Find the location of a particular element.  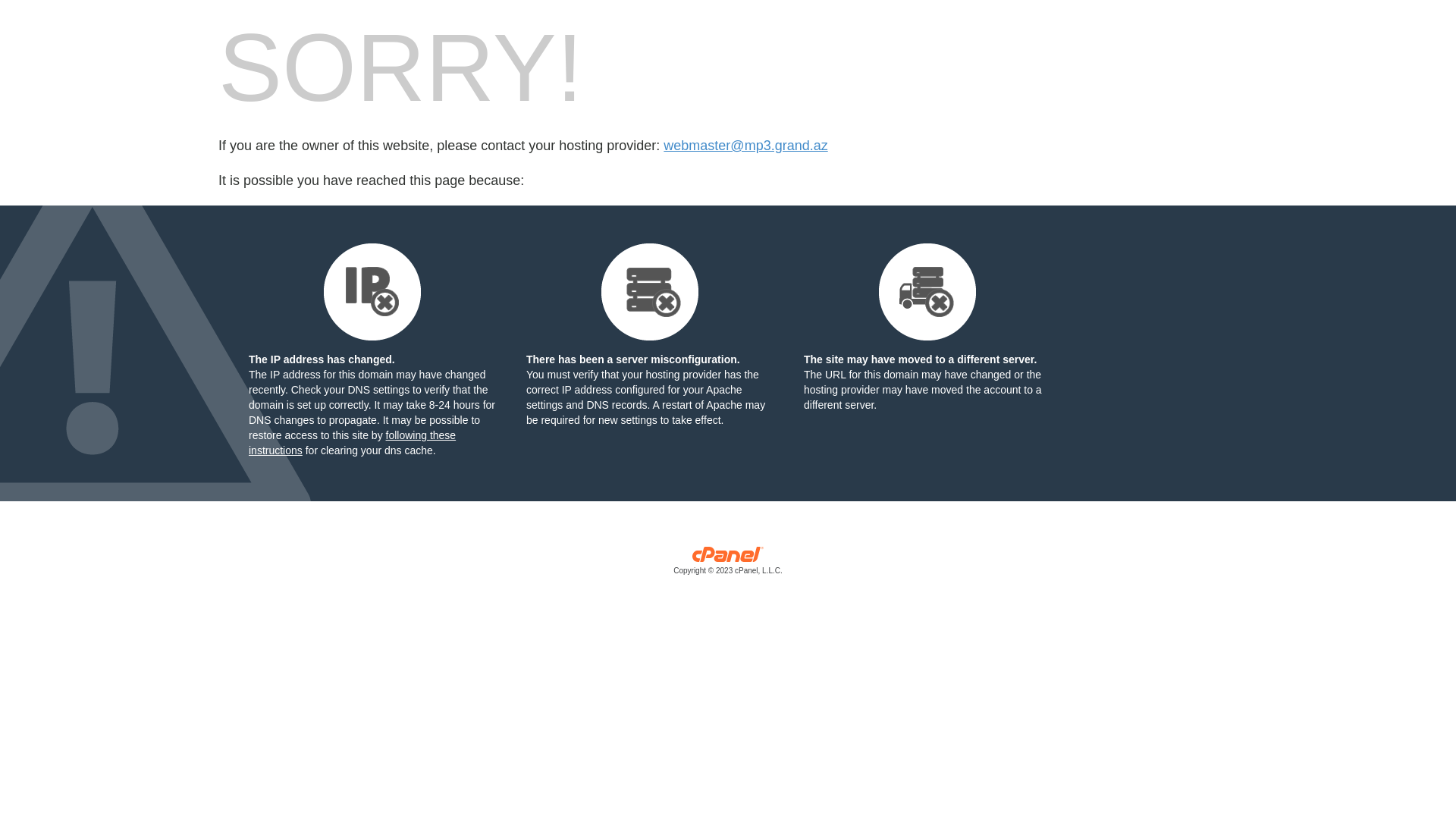

'webmaster@mp3.grand.az' is located at coordinates (745, 146).